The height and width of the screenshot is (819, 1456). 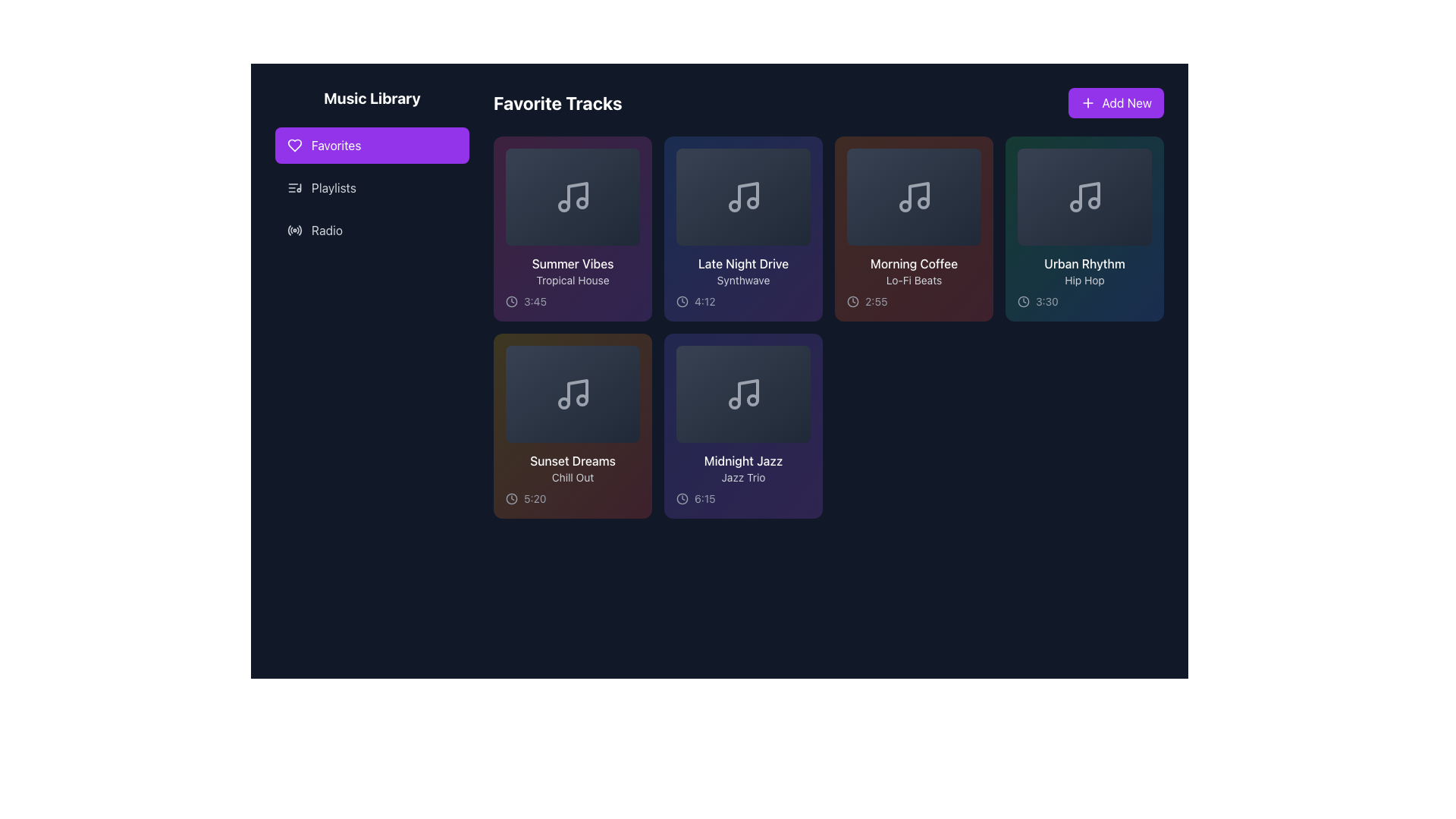 What do you see at coordinates (333, 187) in the screenshot?
I see `the 'Playlists' text label in the sidebar navigation list` at bounding box center [333, 187].